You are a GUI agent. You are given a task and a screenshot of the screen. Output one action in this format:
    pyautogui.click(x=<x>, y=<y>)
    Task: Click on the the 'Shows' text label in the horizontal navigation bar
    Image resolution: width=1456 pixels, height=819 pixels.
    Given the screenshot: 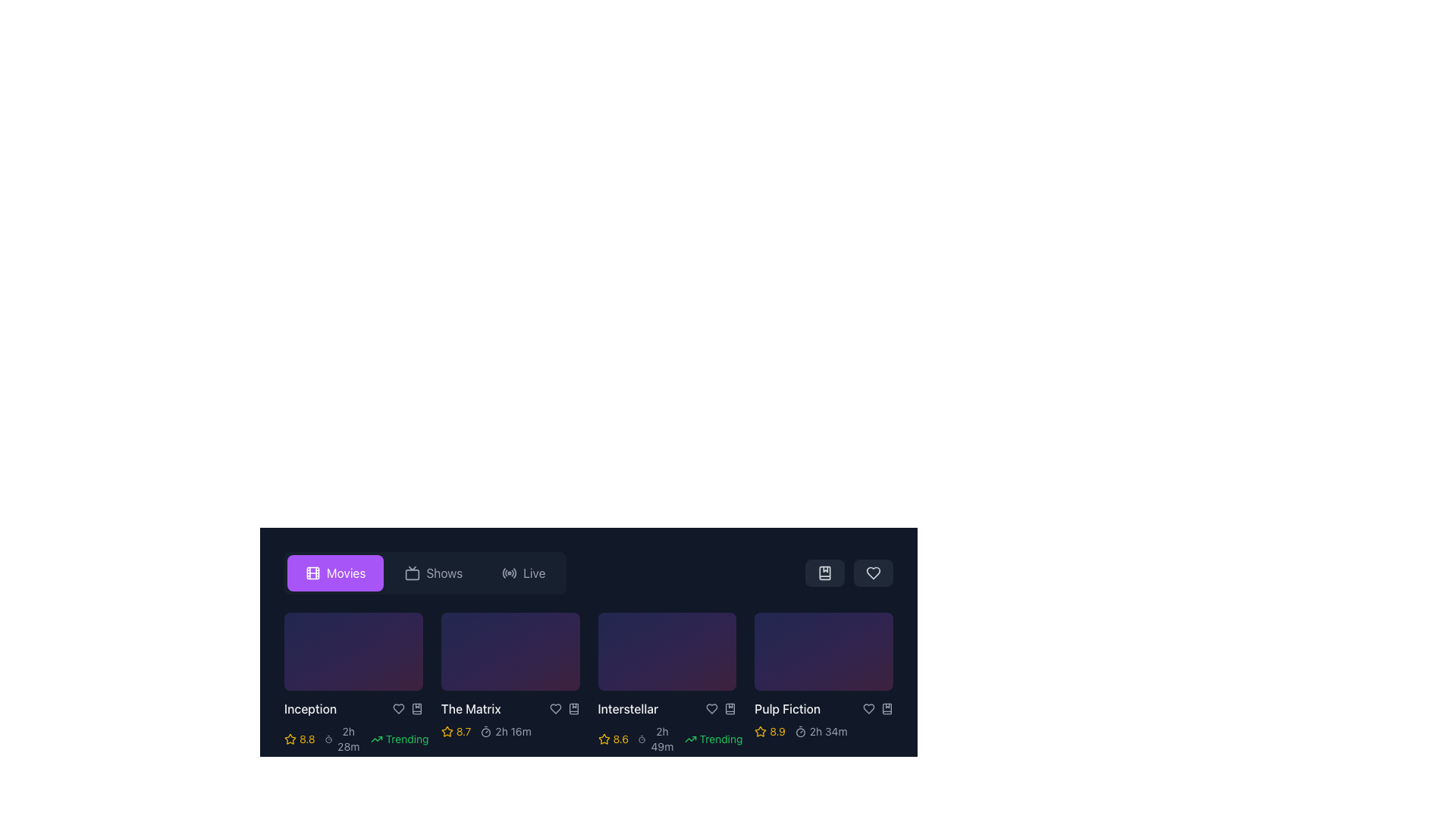 What is the action you would take?
    pyautogui.click(x=444, y=573)
    